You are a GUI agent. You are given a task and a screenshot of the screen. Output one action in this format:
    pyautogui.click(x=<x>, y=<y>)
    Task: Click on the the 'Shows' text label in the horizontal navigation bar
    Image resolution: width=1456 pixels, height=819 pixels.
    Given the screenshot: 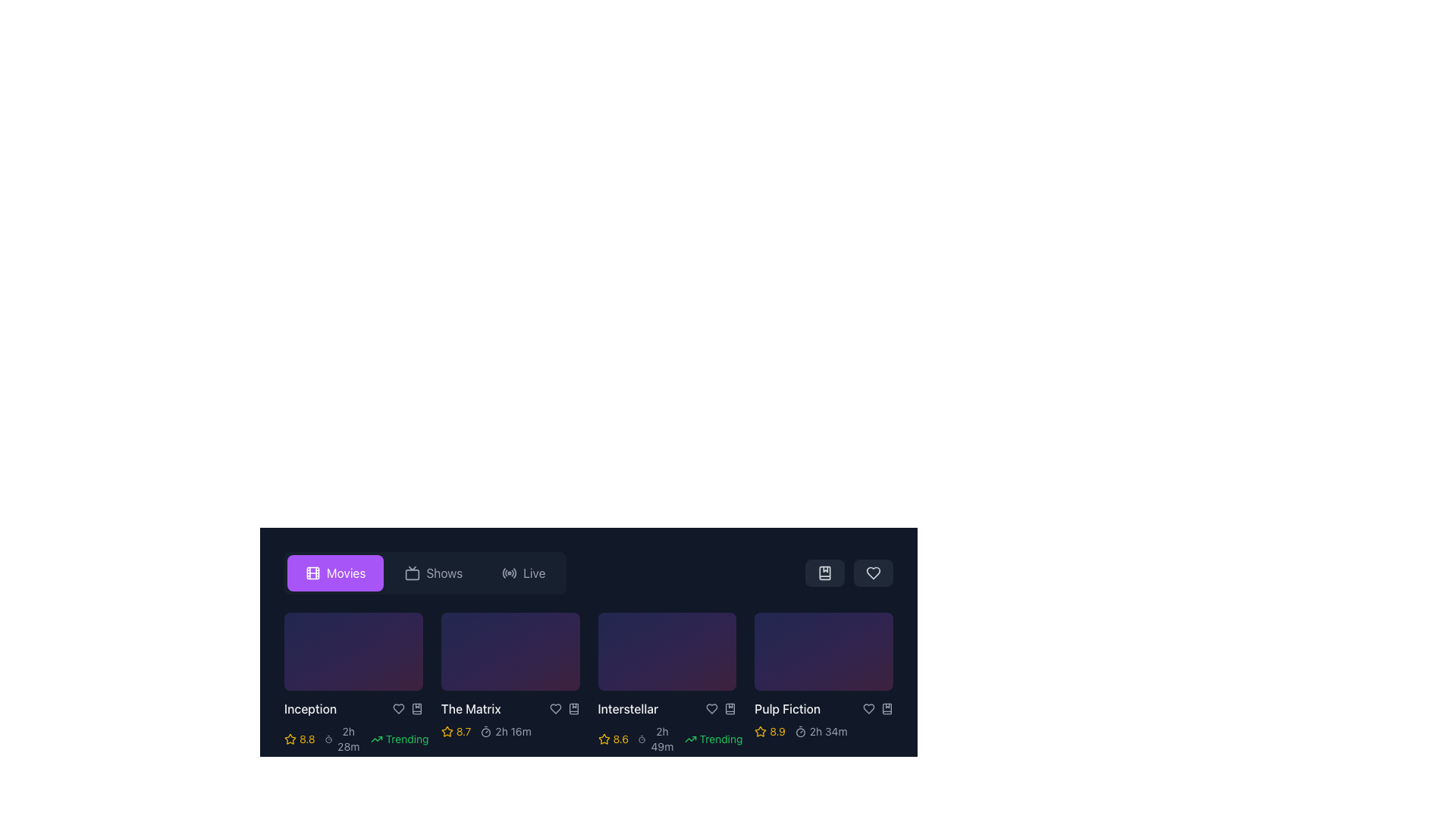 What is the action you would take?
    pyautogui.click(x=444, y=573)
    